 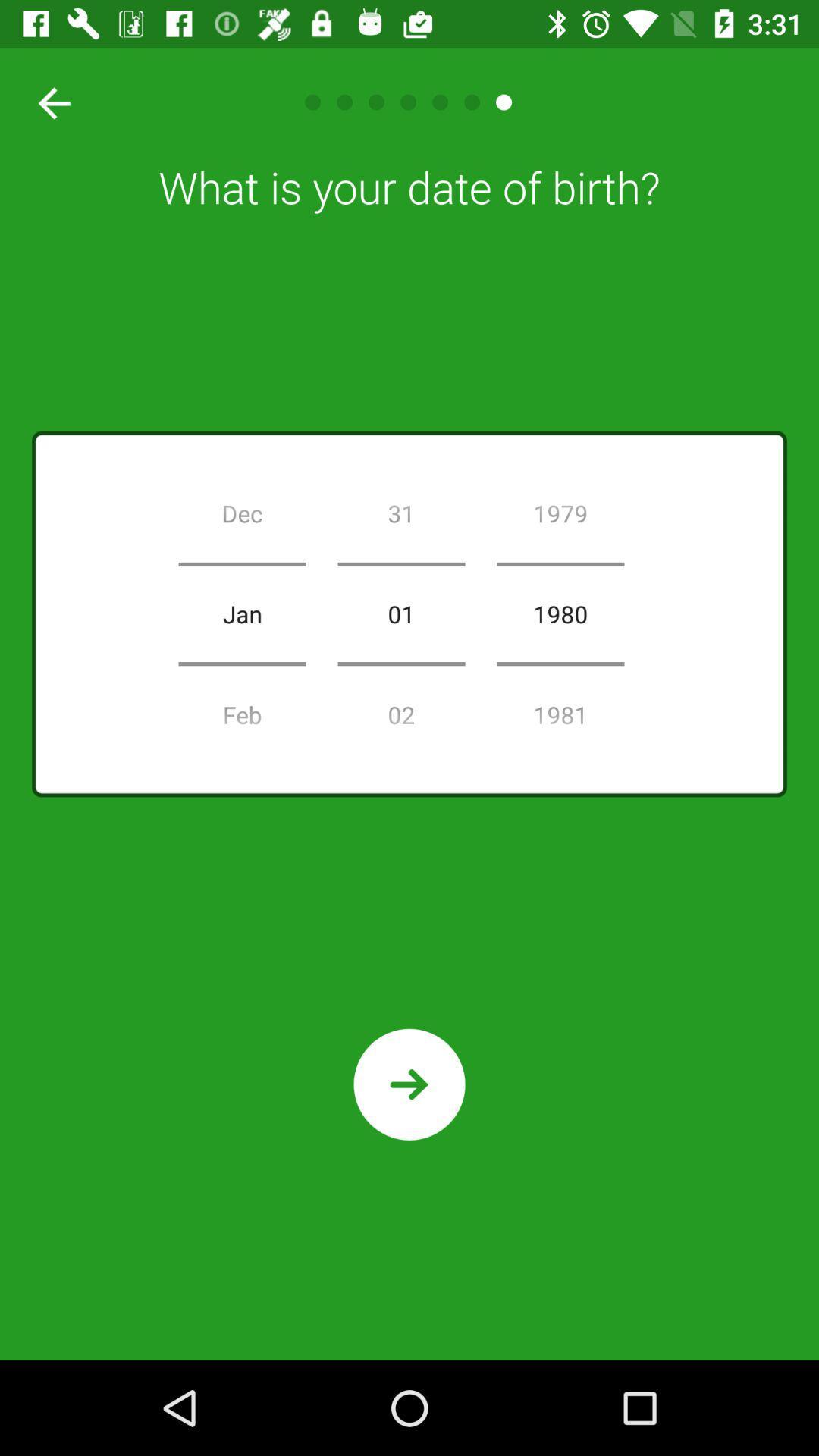 What do you see at coordinates (409, 1084) in the screenshot?
I see `next` at bounding box center [409, 1084].